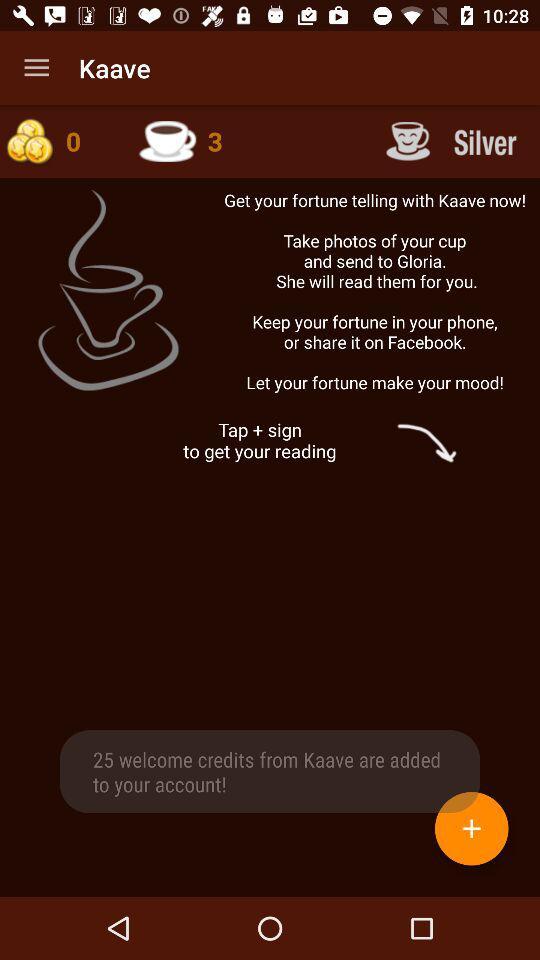 The height and width of the screenshot is (960, 540). What do you see at coordinates (471, 828) in the screenshot?
I see `new` at bounding box center [471, 828].